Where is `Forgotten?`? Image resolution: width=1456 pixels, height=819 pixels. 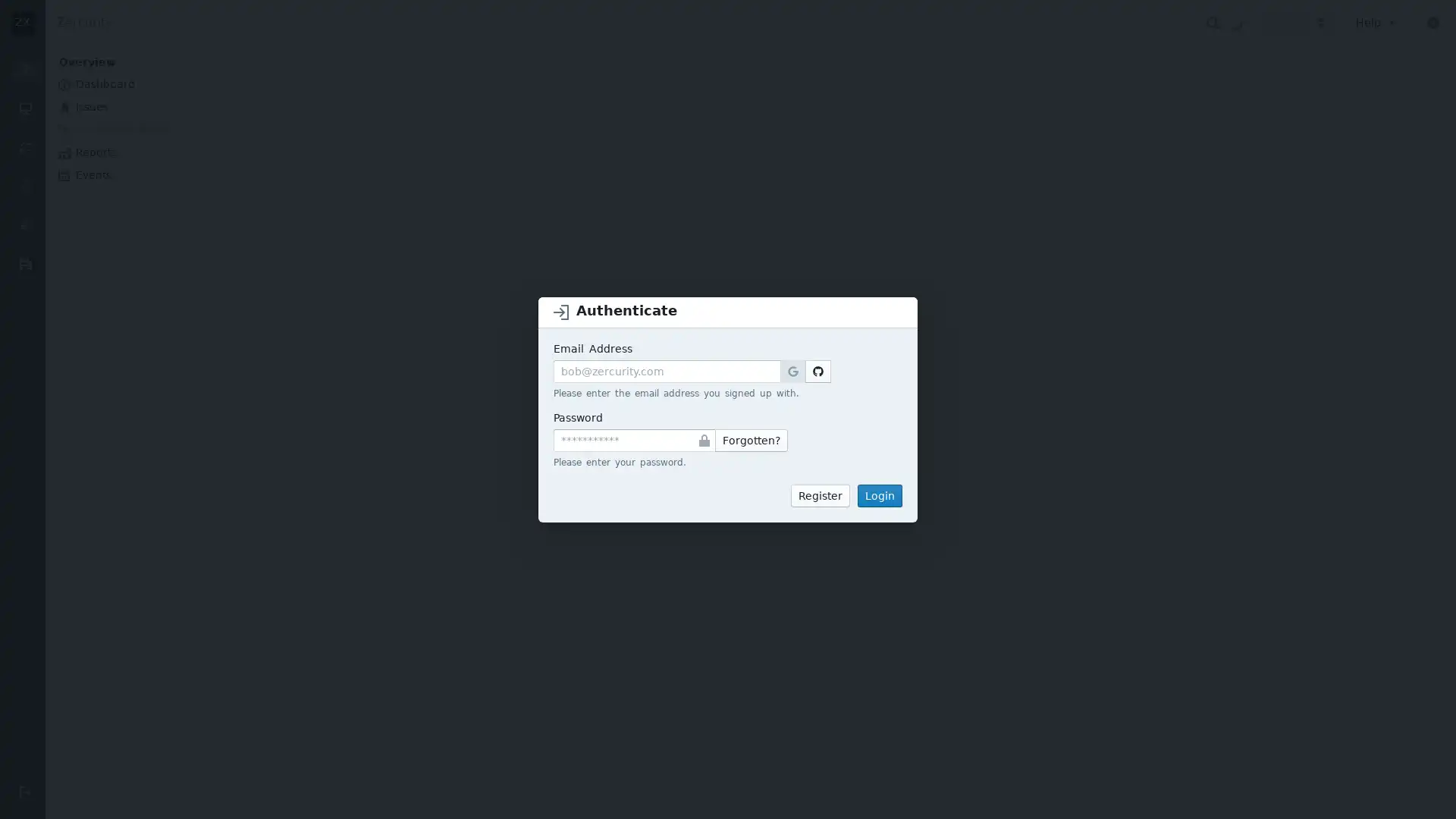
Forgotten? is located at coordinates (751, 439).